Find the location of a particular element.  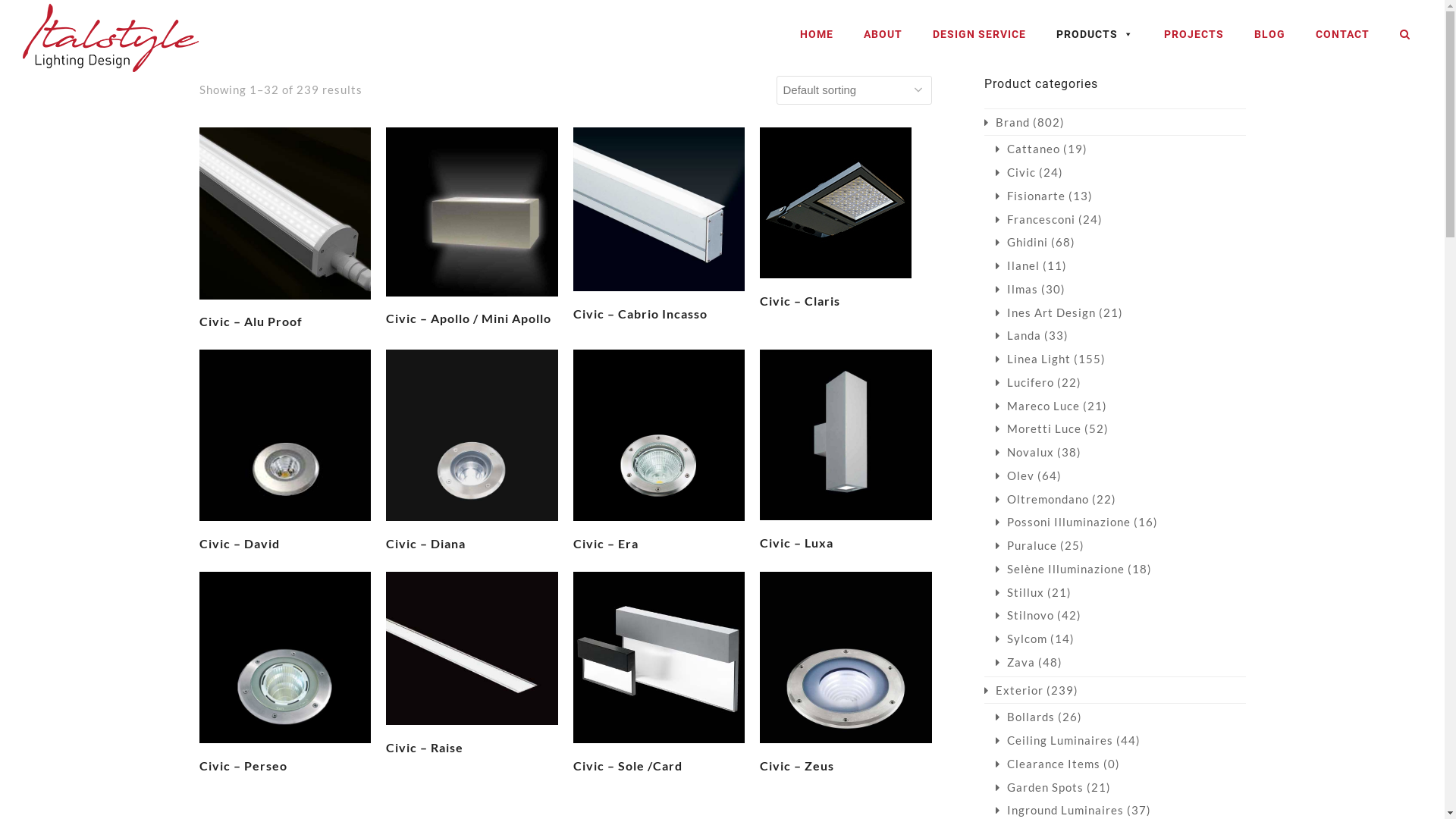

'Lucifero' is located at coordinates (994, 381).